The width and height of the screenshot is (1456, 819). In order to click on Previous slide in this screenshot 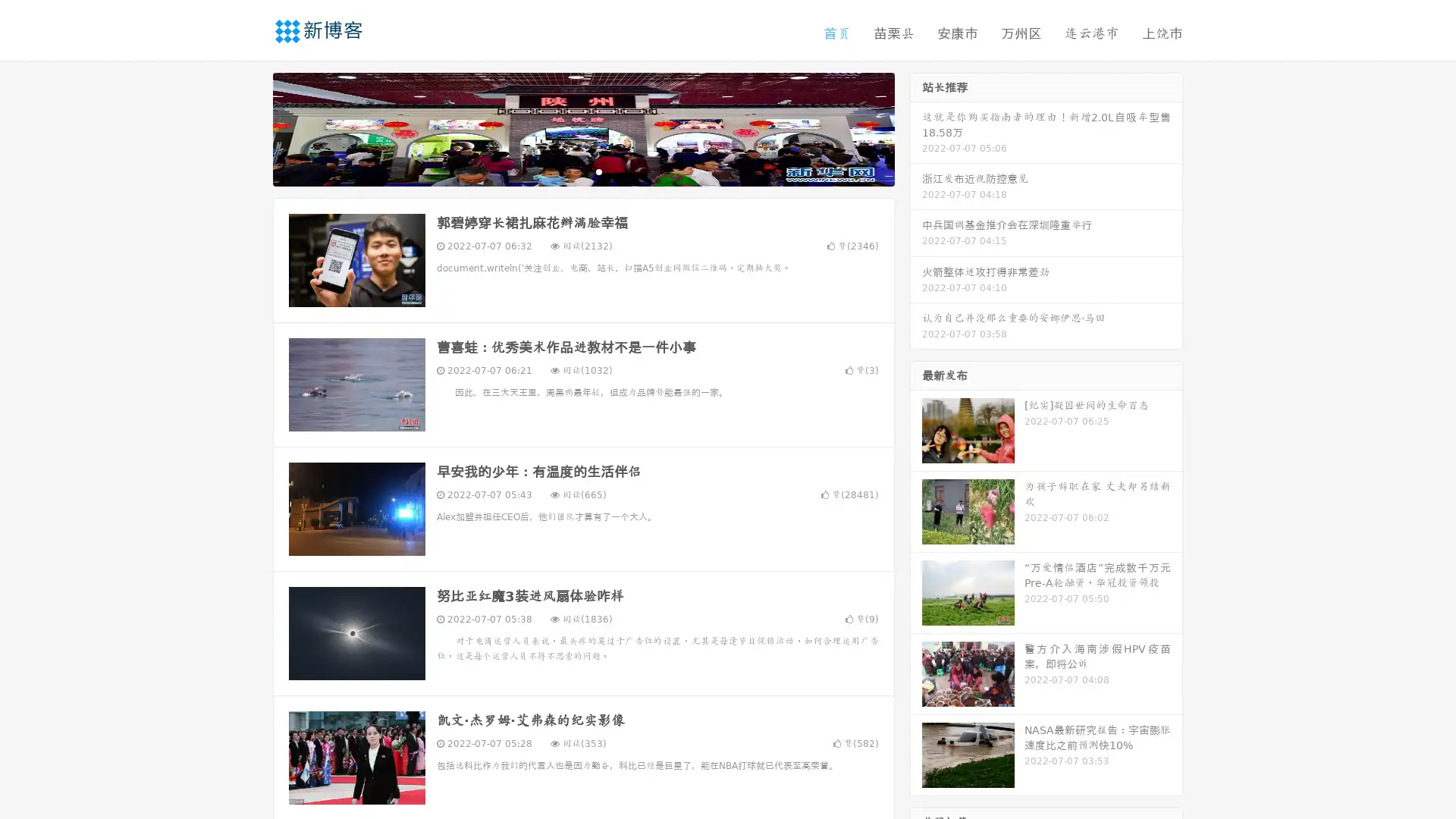, I will do `click(250, 127)`.